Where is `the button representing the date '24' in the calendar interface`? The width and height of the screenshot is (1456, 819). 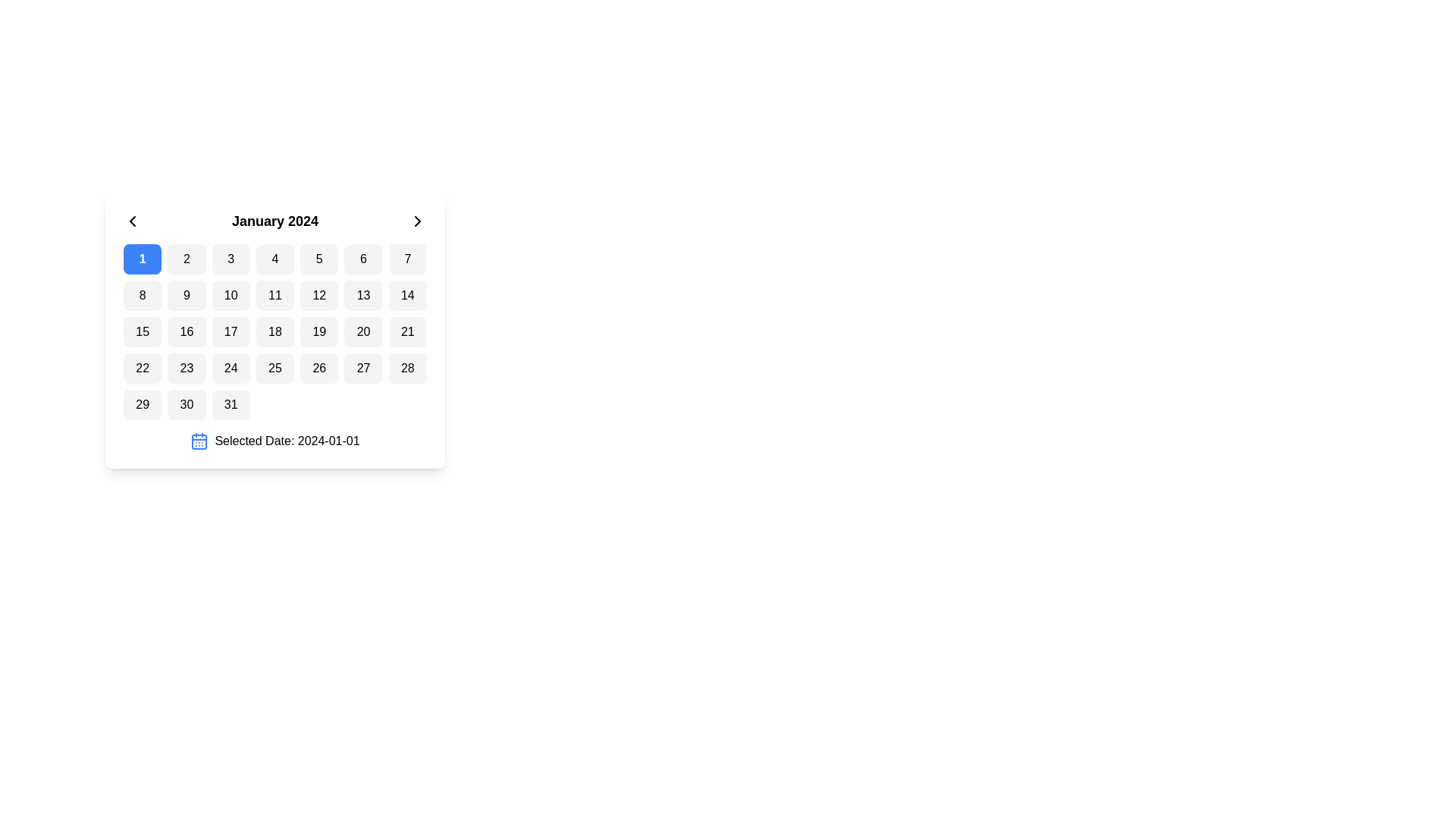 the button representing the date '24' in the calendar interface is located at coordinates (230, 369).